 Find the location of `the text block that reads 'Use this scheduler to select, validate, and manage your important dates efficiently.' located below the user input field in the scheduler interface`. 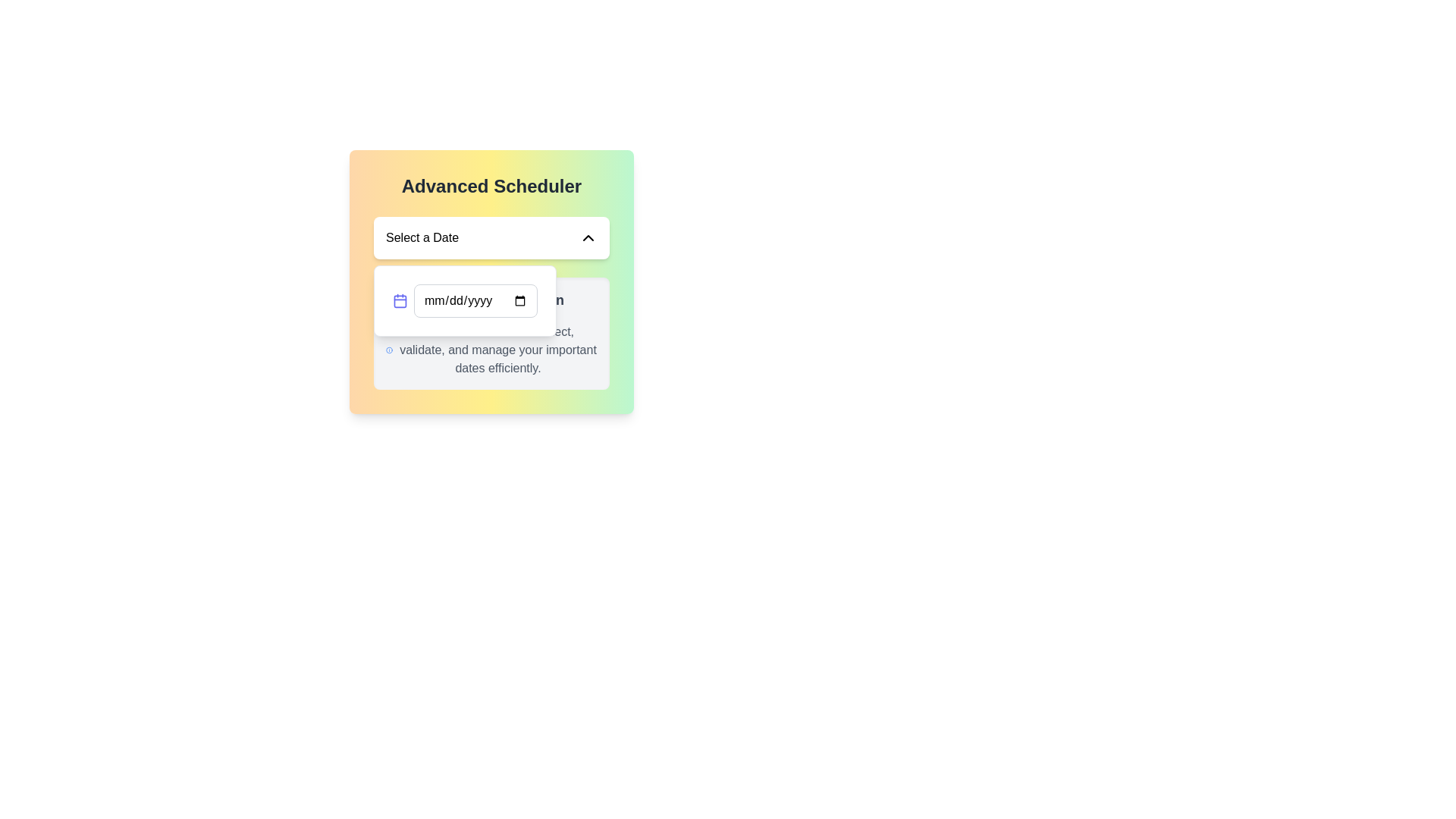

the text block that reads 'Use this scheduler to select, validate, and manage your important dates efficiently.' located below the user input field in the scheduler interface is located at coordinates (498, 350).